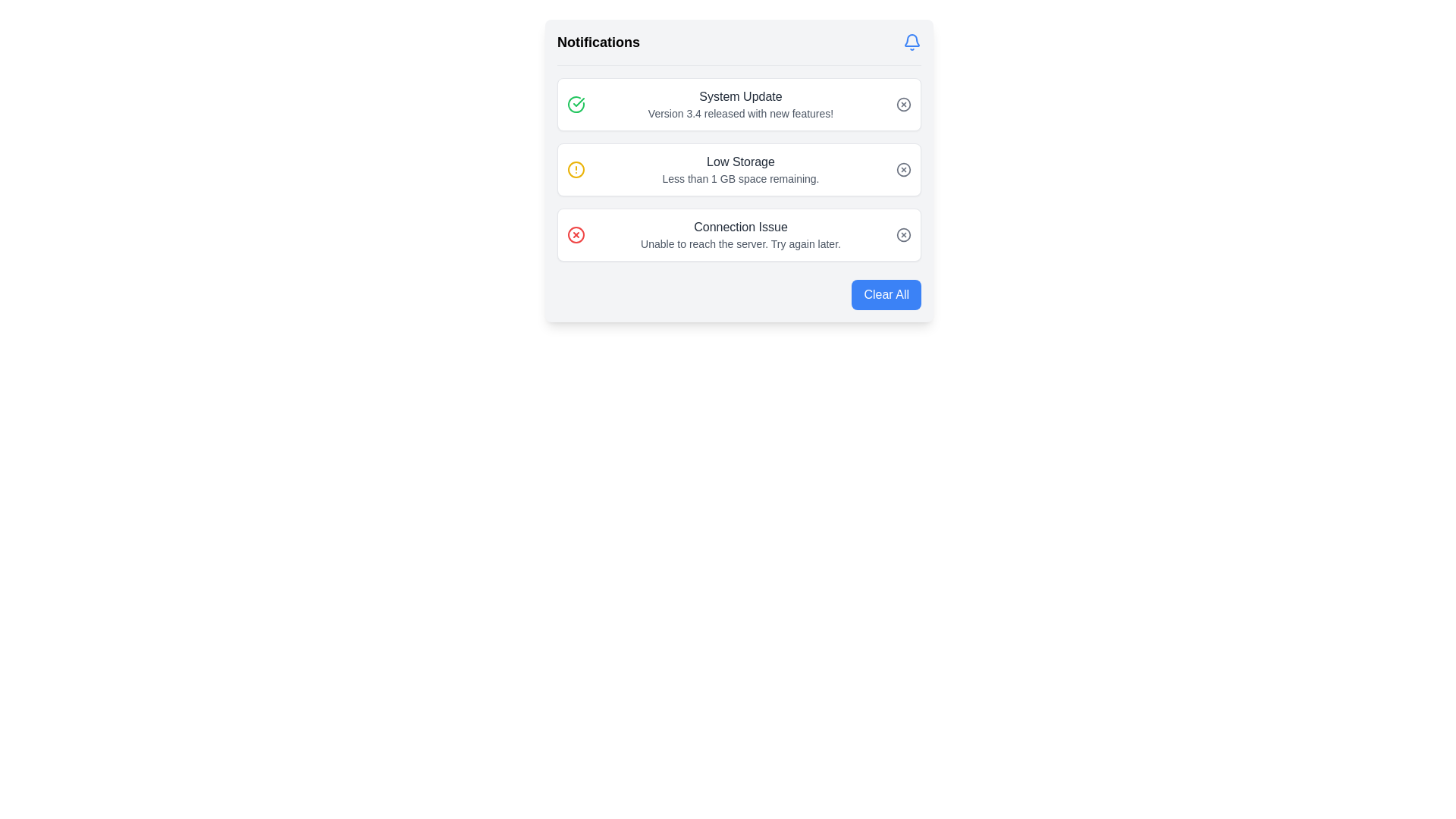 The height and width of the screenshot is (819, 1456). Describe the element at coordinates (739, 169) in the screenshot. I see `the notification panel that displays 'Low Storage' and the message 'Less than 1 GB space remaining.'` at that location.